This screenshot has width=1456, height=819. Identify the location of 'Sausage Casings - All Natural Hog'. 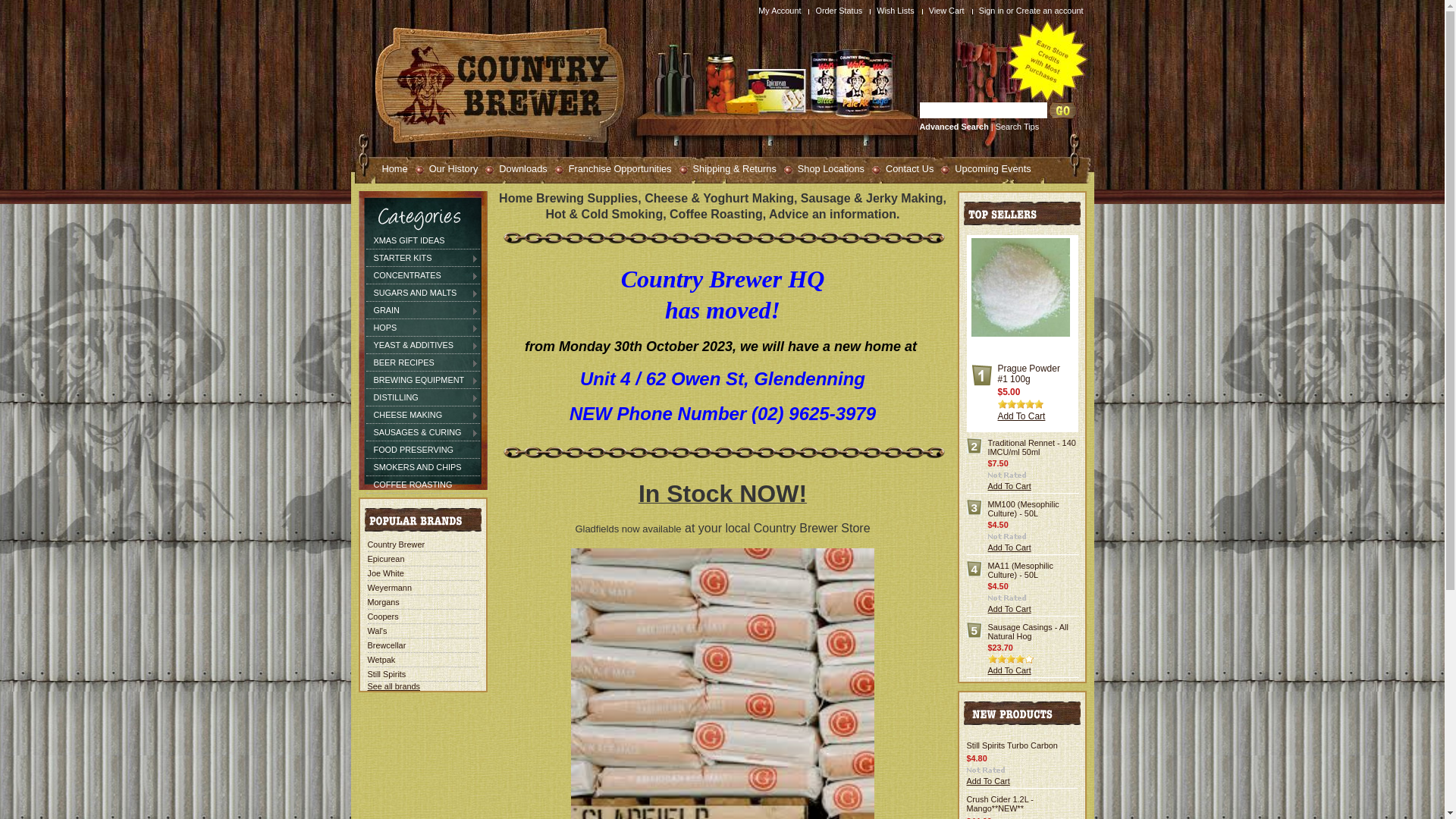
(987, 632).